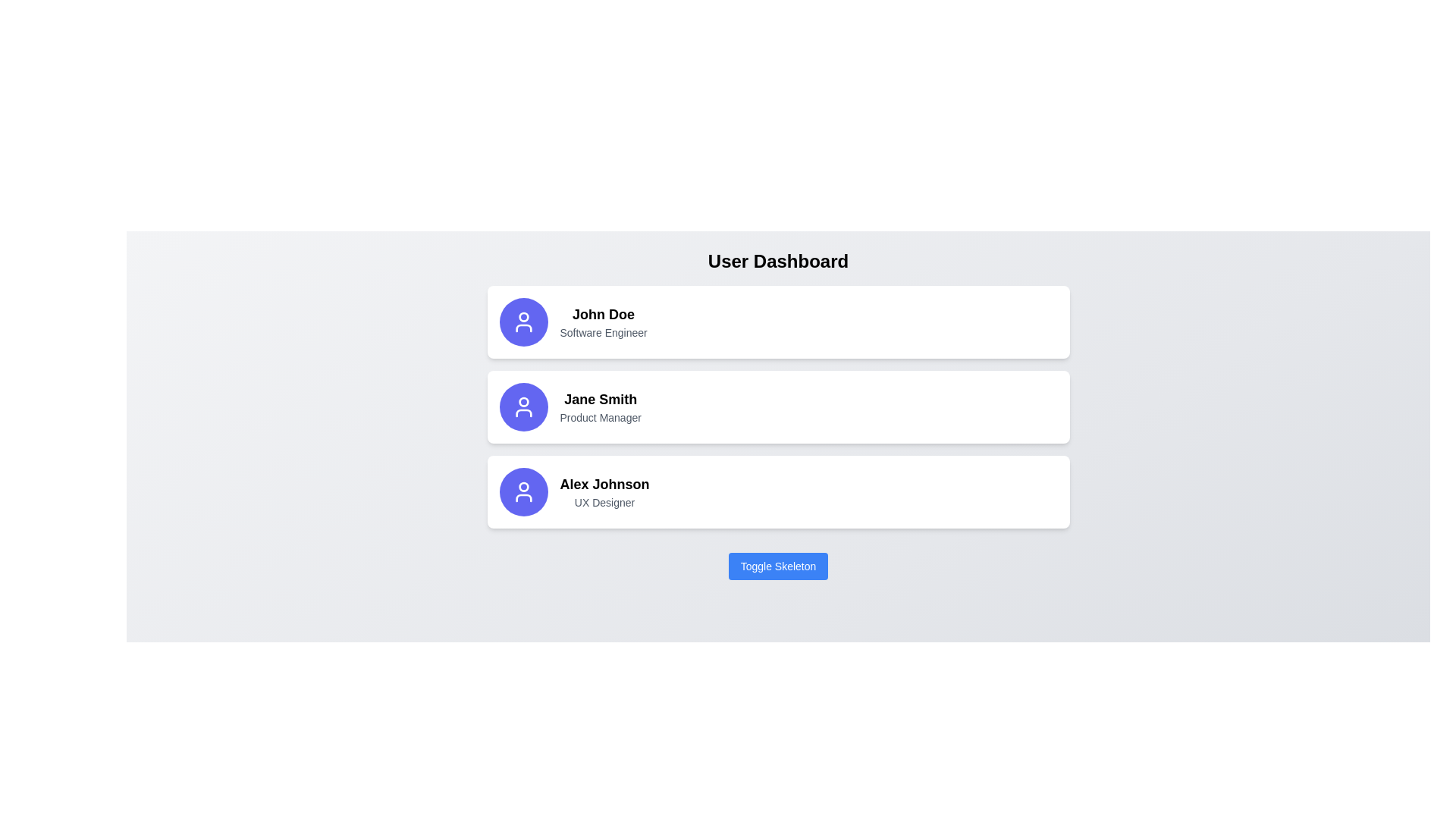 This screenshot has height=819, width=1456. I want to click on the avatar icon located in the upper-left corner of the card for 'Jane Smith - Product Manager', so click(523, 406).